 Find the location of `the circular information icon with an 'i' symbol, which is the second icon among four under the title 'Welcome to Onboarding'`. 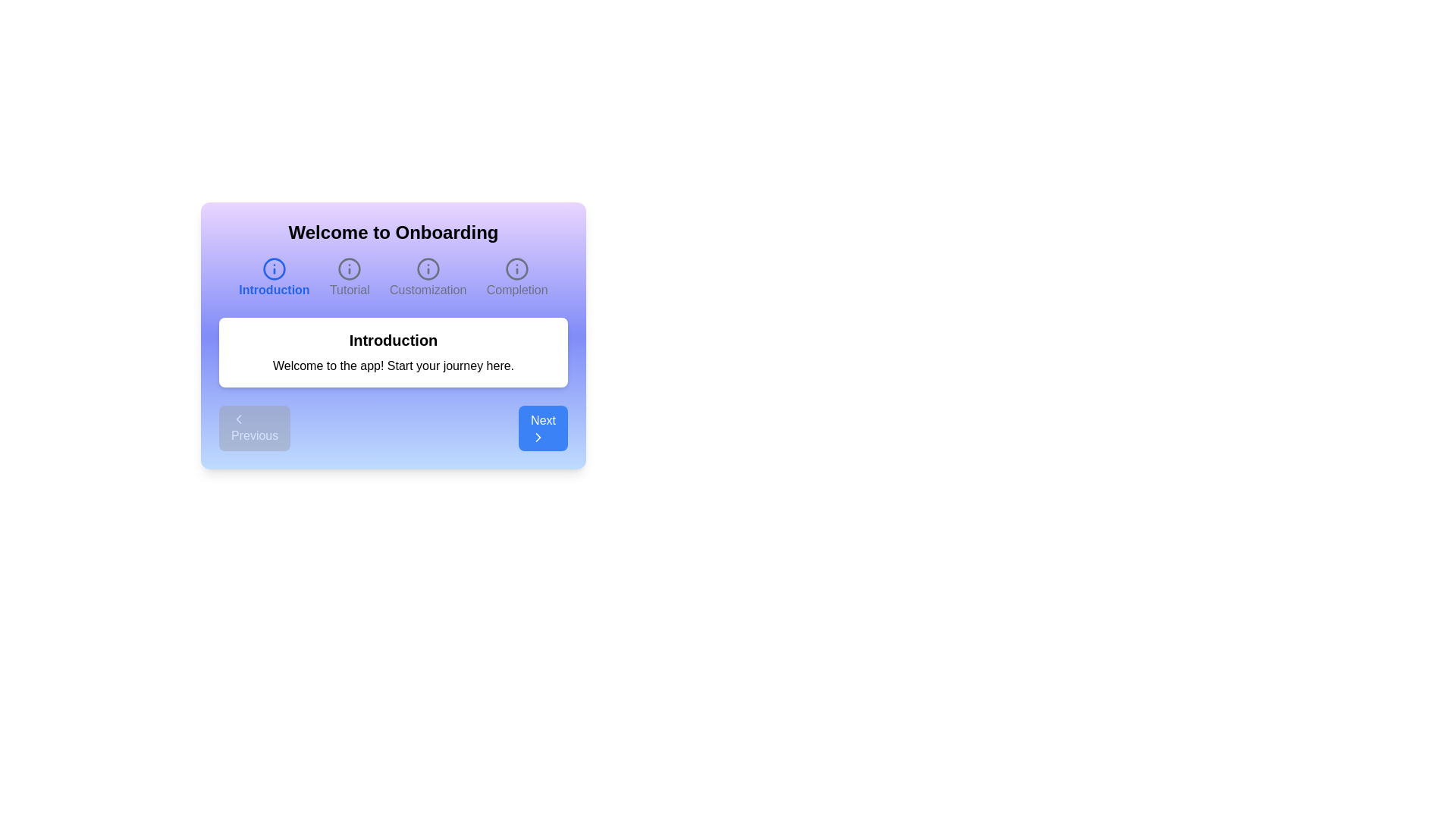

the circular information icon with an 'i' symbol, which is the second icon among four under the title 'Welcome to Onboarding' is located at coordinates (349, 268).